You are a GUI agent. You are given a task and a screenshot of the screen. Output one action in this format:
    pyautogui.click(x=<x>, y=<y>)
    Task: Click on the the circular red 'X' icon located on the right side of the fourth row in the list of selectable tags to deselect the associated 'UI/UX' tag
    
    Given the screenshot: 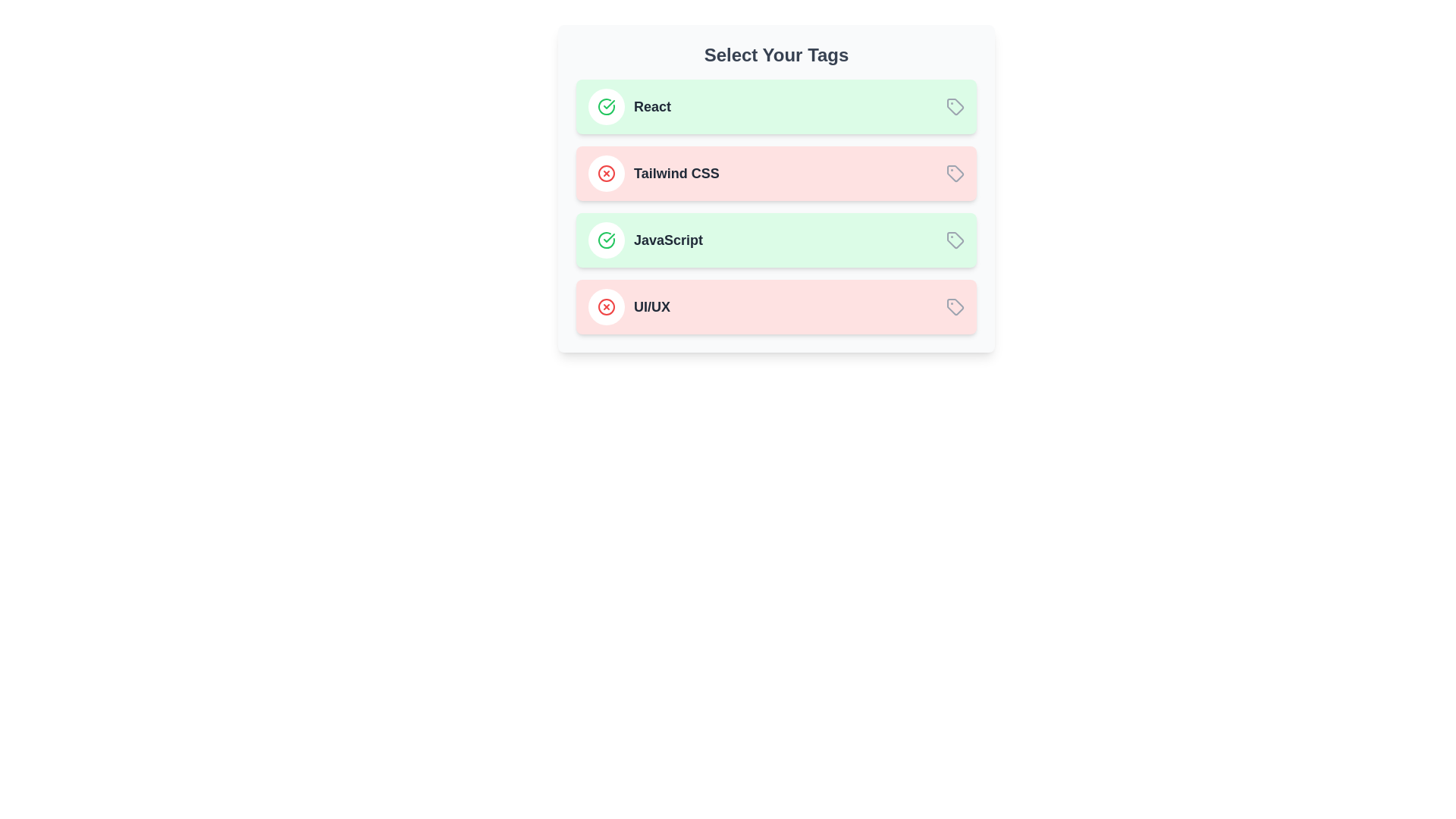 What is the action you would take?
    pyautogui.click(x=607, y=307)
    